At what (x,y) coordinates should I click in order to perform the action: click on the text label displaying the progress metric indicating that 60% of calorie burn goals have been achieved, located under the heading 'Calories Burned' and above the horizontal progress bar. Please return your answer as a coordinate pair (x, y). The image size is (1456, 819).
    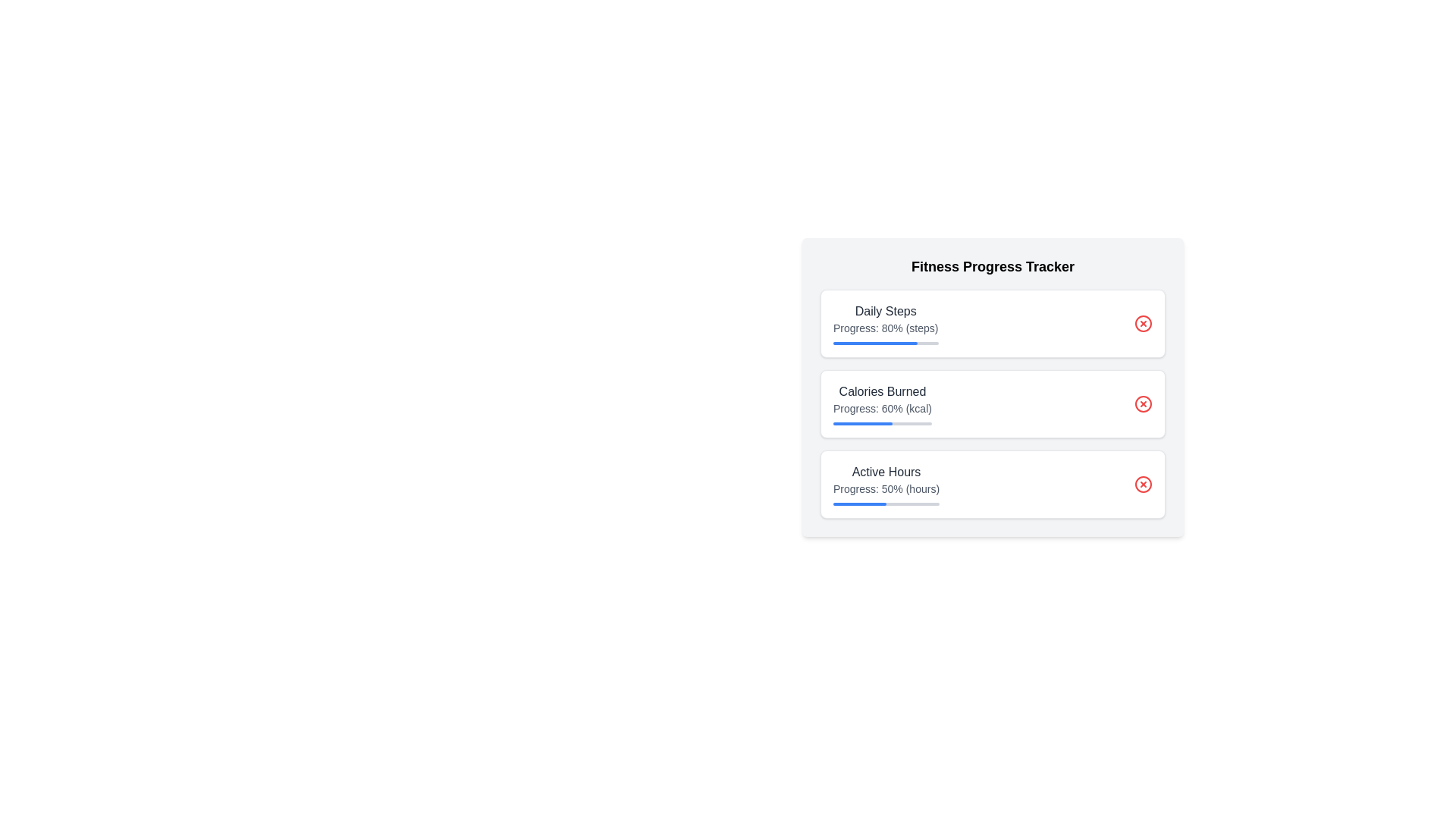
    Looking at the image, I should click on (882, 408).